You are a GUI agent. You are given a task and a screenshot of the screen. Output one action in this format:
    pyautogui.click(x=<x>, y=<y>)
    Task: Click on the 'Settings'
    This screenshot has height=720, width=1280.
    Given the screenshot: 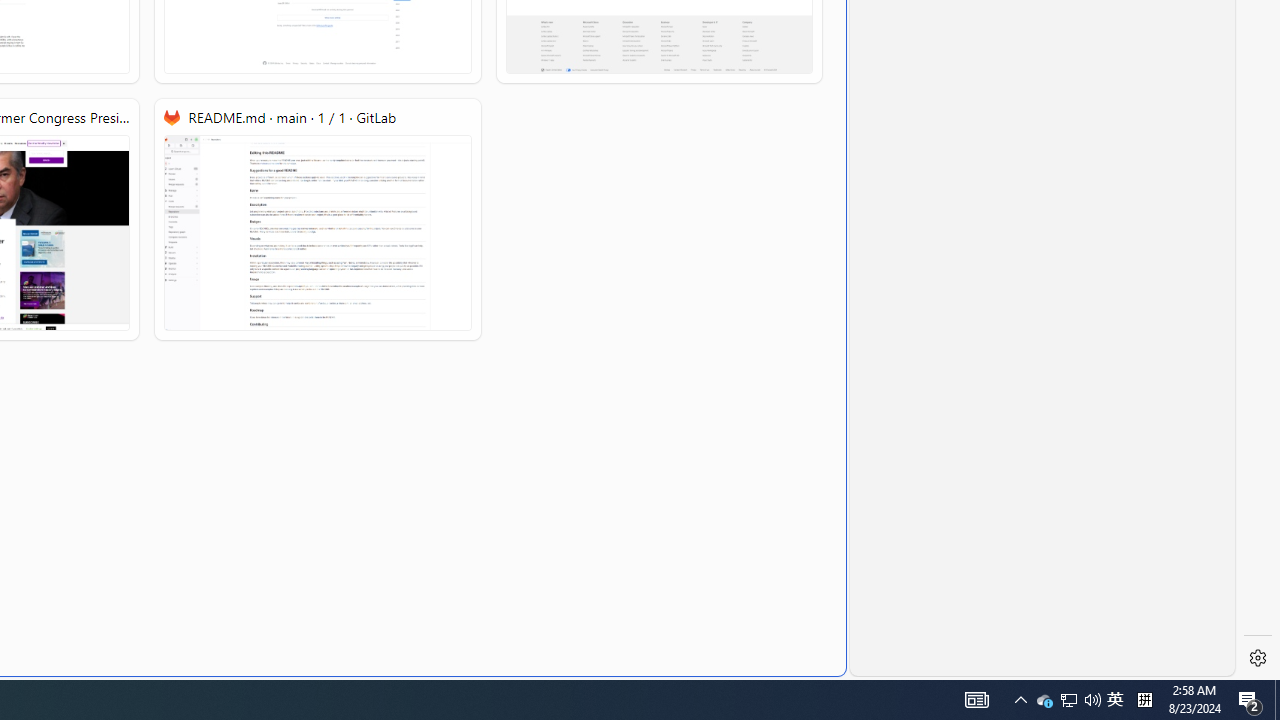 What is the action you would take?
    pyautogui.click(x=1257, y=658)
    